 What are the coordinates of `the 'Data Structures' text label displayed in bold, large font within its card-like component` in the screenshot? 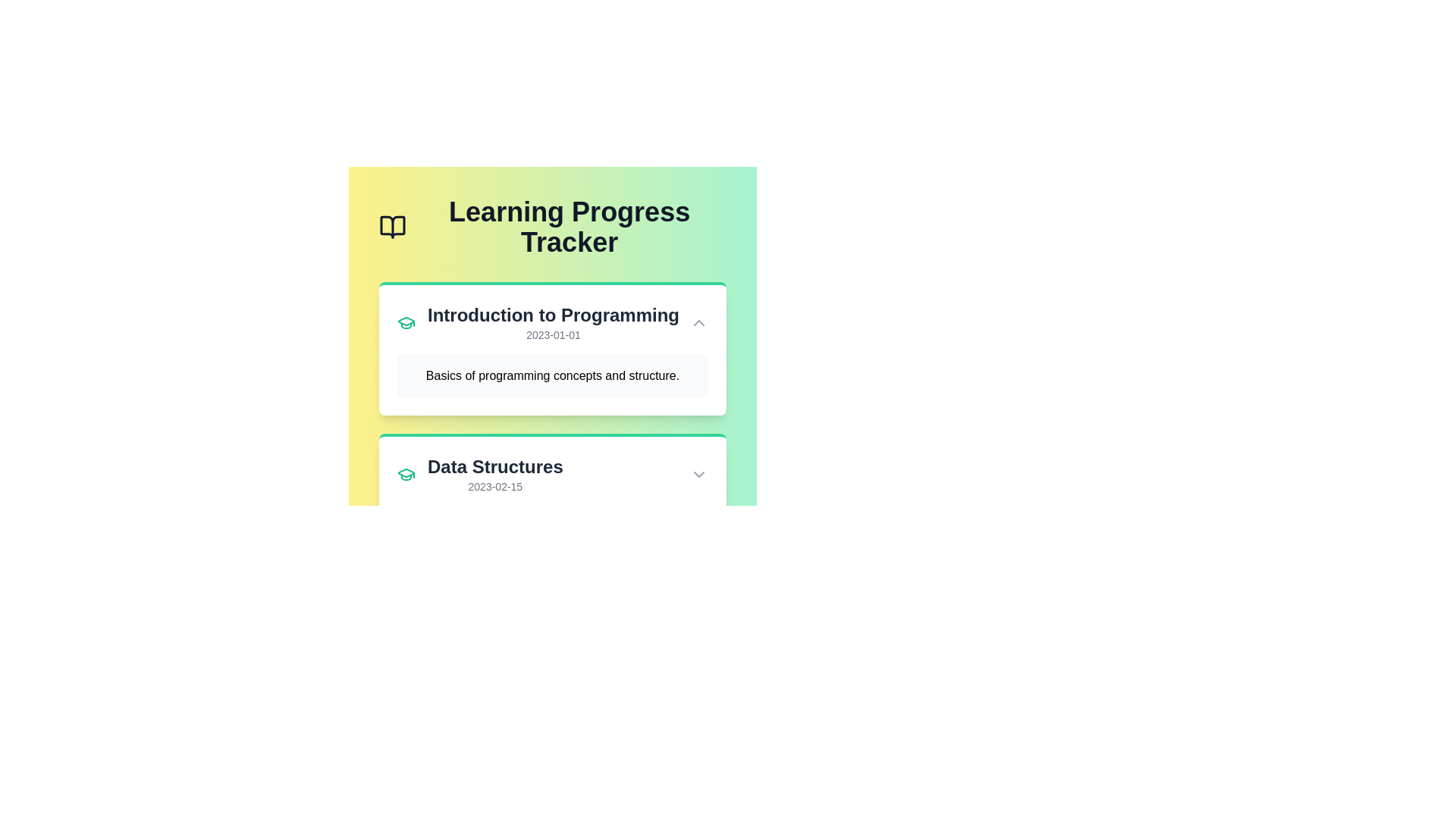 It's located at (495, 466).